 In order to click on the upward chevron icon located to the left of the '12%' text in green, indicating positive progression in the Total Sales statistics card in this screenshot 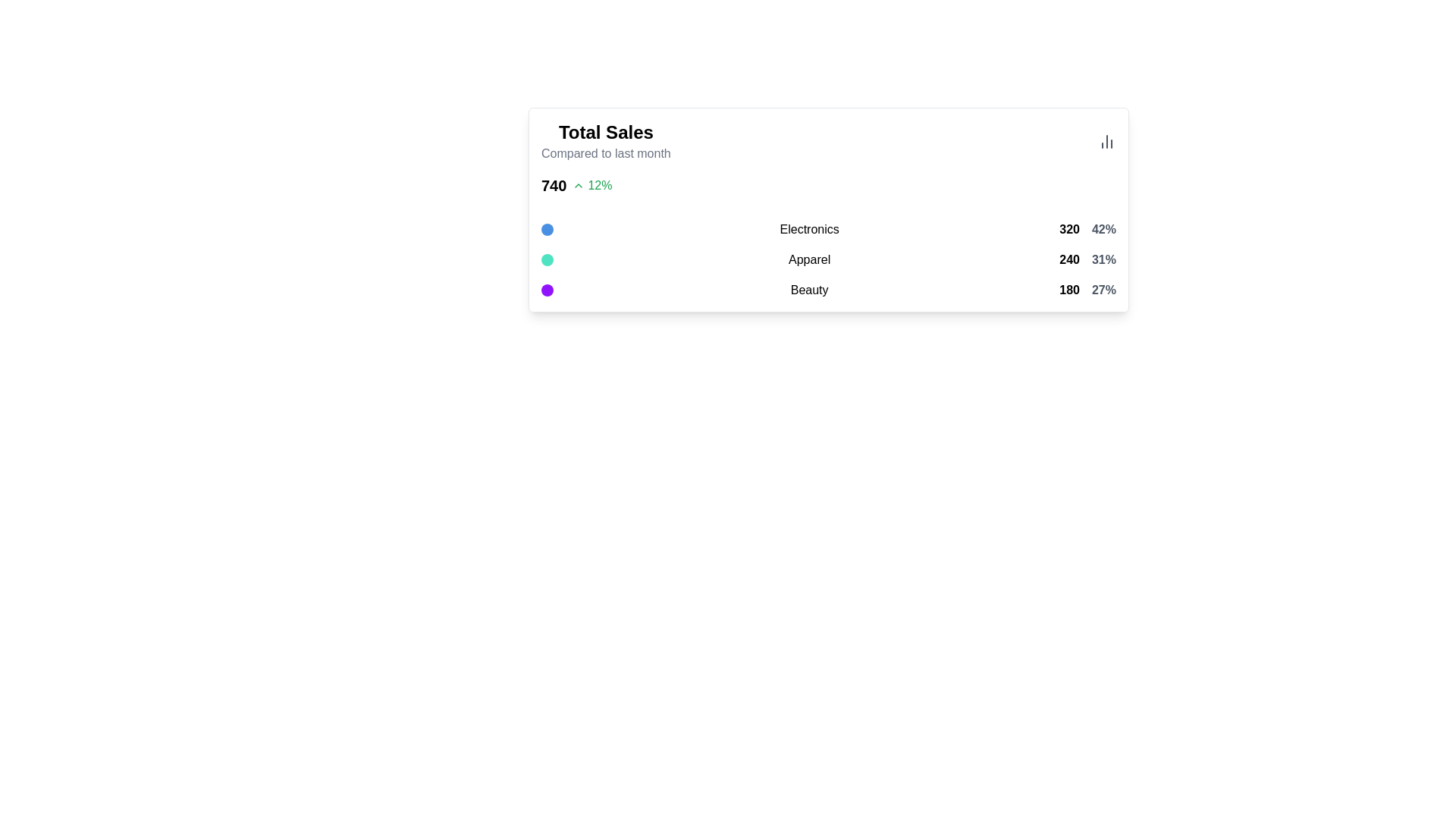, I will do `click(578, 185)`.